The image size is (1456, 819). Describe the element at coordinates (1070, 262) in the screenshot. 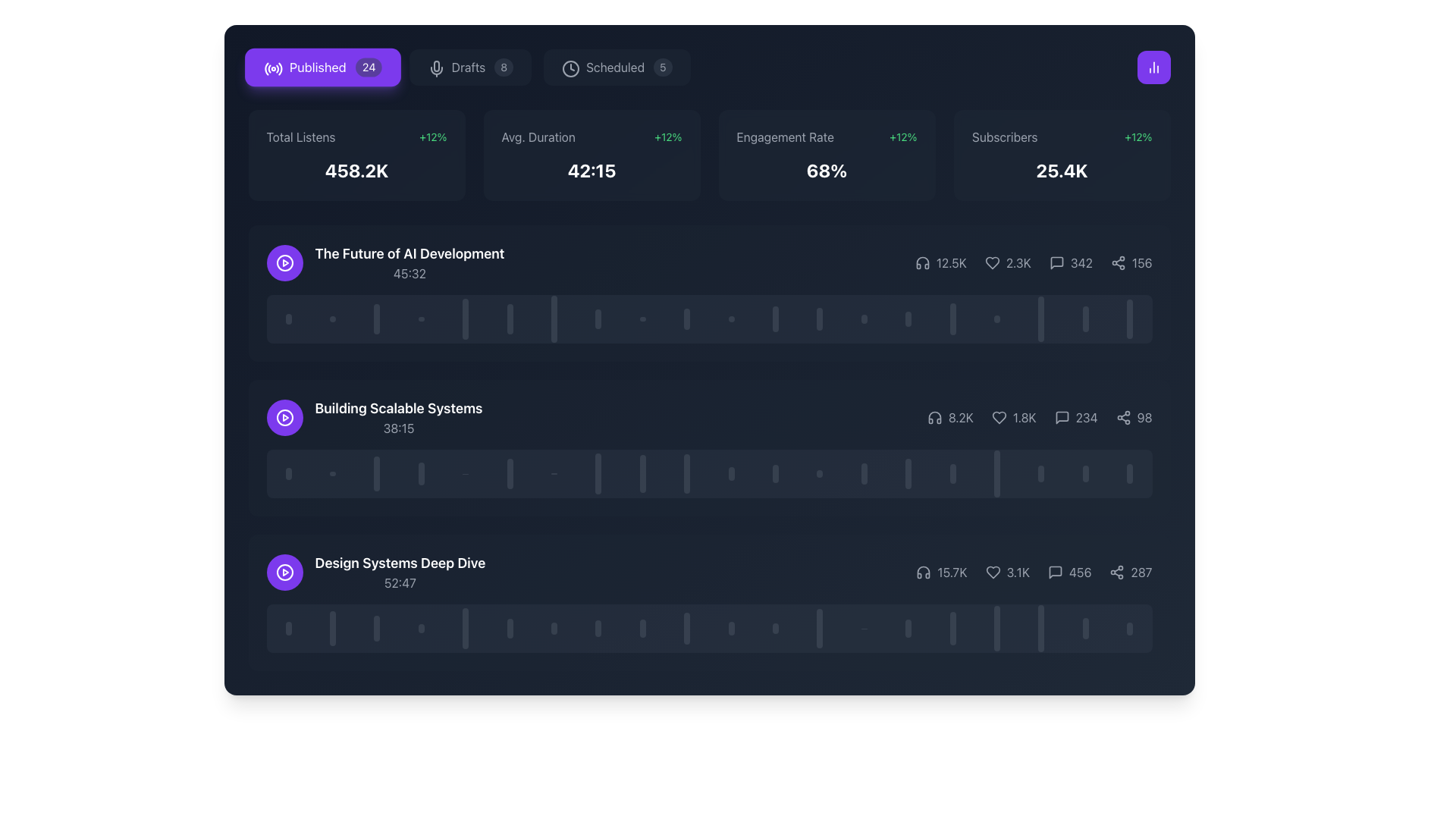

I see `the text '342' with the speech bubble icon` at that location.